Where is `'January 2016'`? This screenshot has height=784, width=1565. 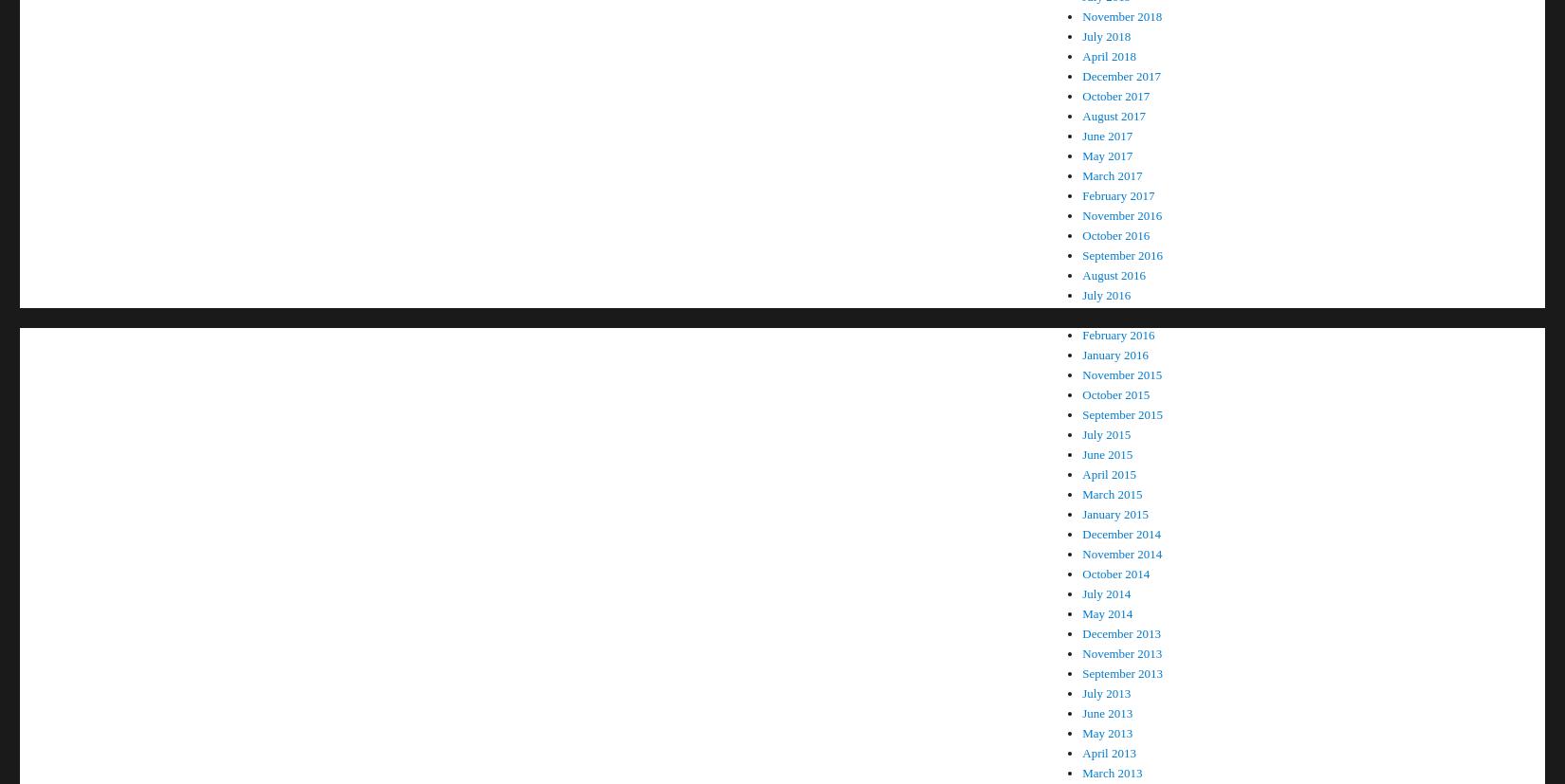 'January 2016' is located at coordinates (1114, 354).